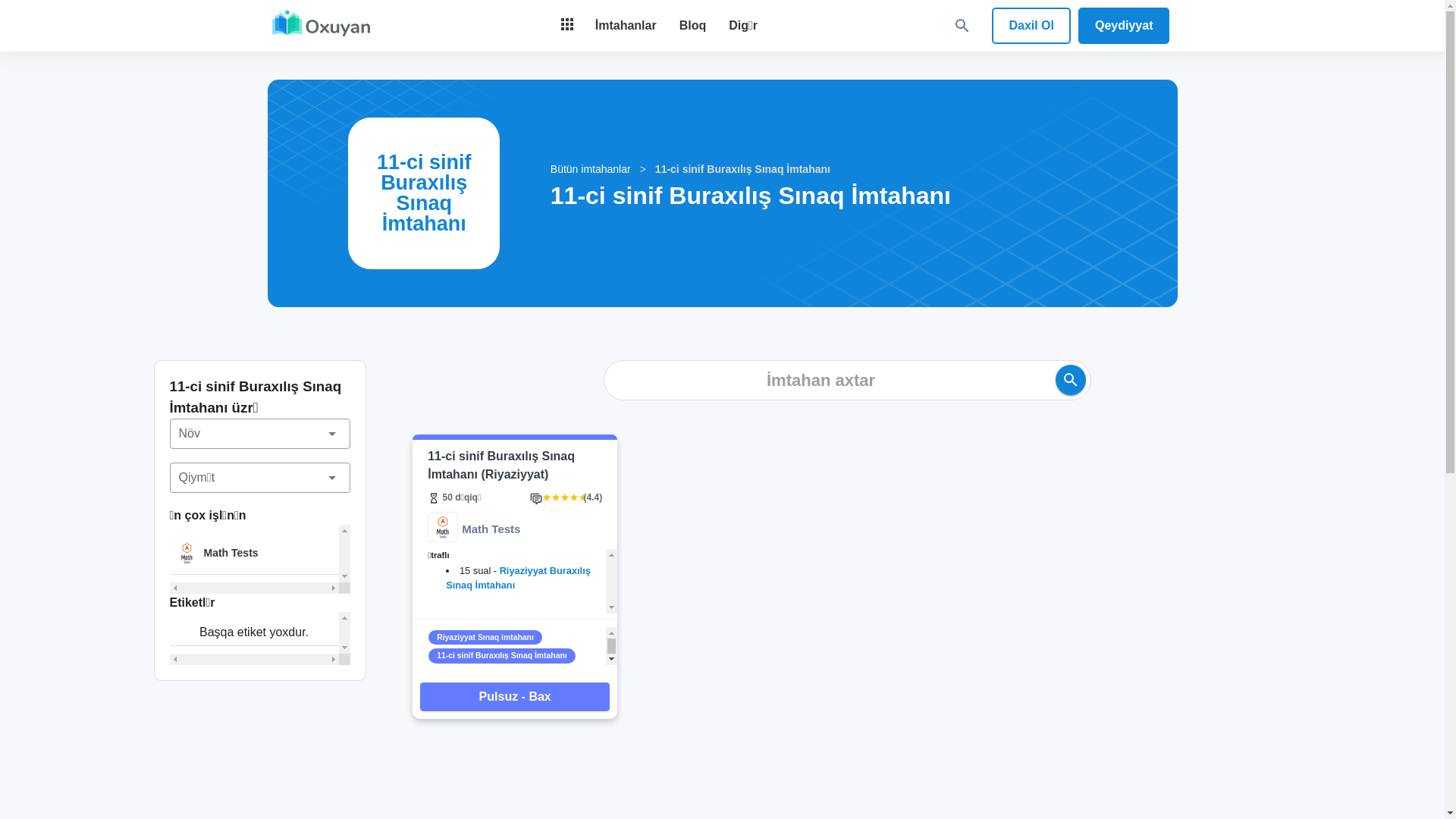 The image size is (1456, 819). What do you see at coordinates (170, 553) in the screenshot?
I see `'Math Tests'` at bounding box center [170, 553].